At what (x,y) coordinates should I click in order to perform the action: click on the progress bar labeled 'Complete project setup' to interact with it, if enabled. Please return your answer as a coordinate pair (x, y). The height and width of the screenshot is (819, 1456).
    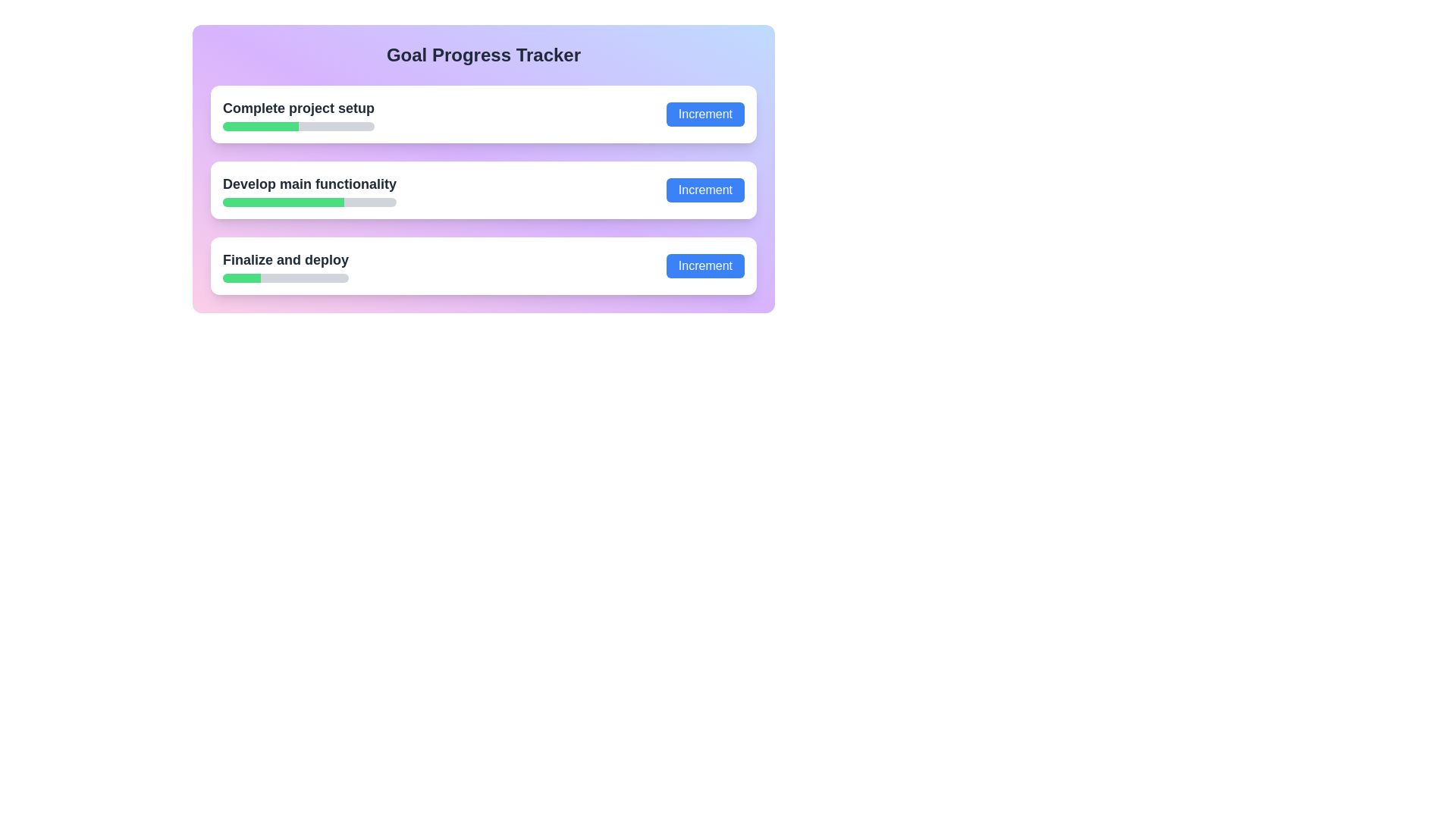
    Looking at the image, I should click on (298, 113).